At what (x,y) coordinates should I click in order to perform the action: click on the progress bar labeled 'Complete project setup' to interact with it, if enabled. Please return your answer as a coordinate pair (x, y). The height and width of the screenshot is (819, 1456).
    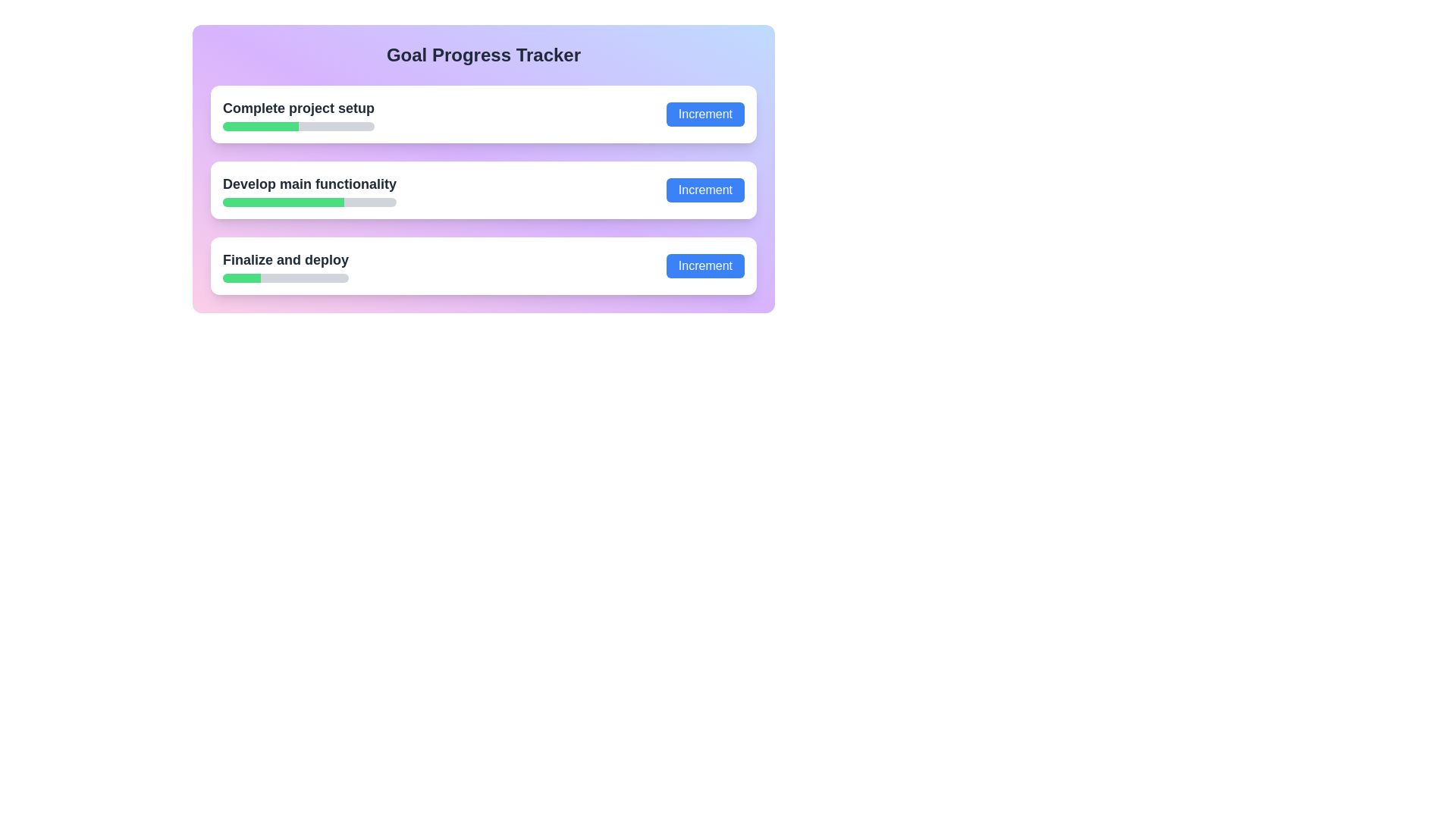
    Looking at the image, I should click on (298, 113).